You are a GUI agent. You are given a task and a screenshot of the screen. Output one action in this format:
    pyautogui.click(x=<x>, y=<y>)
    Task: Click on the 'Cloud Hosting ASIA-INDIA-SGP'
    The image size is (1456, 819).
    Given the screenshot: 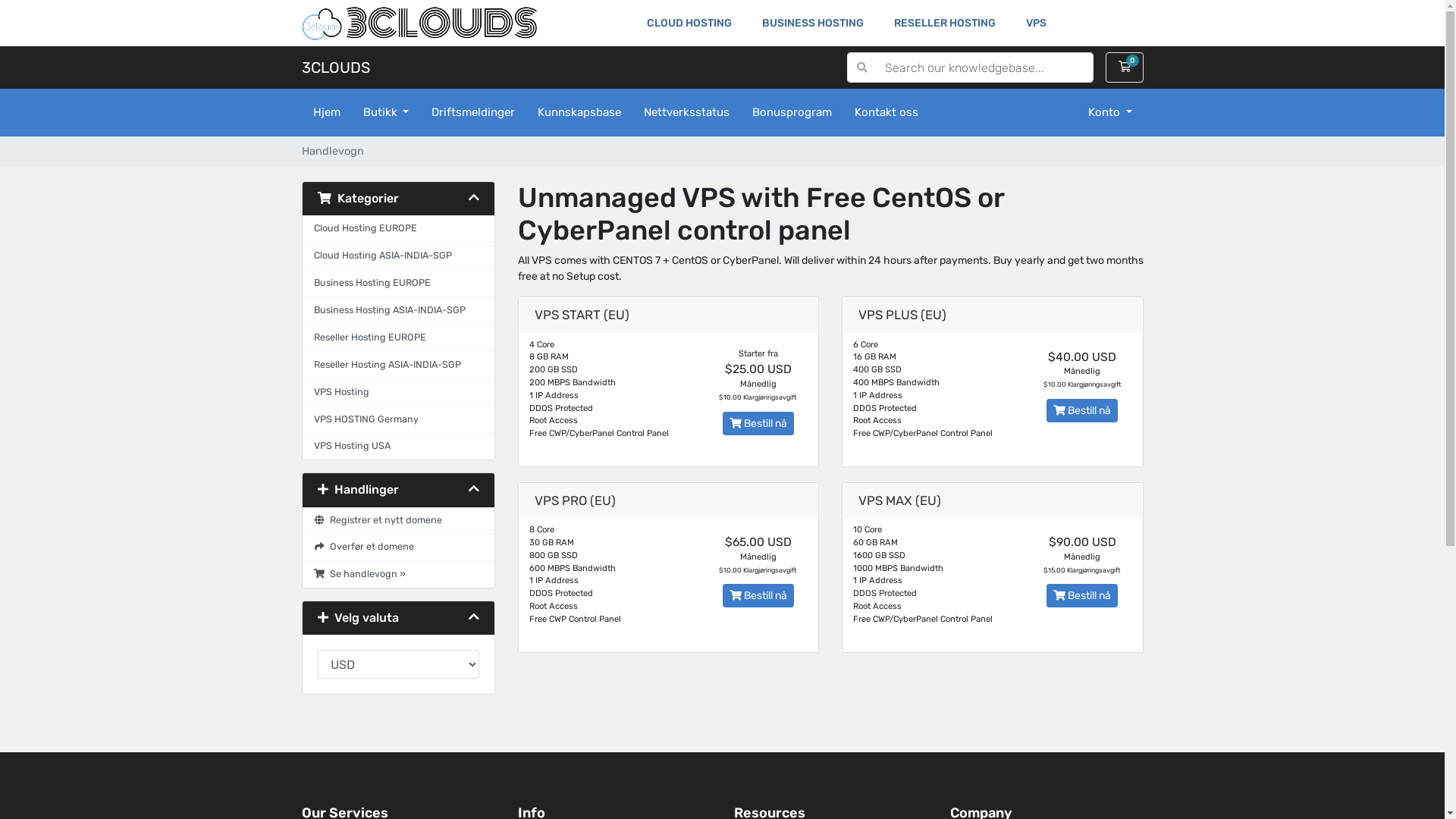 What is the action you would take?
    pyautogui.click(x=302, y=256)
    